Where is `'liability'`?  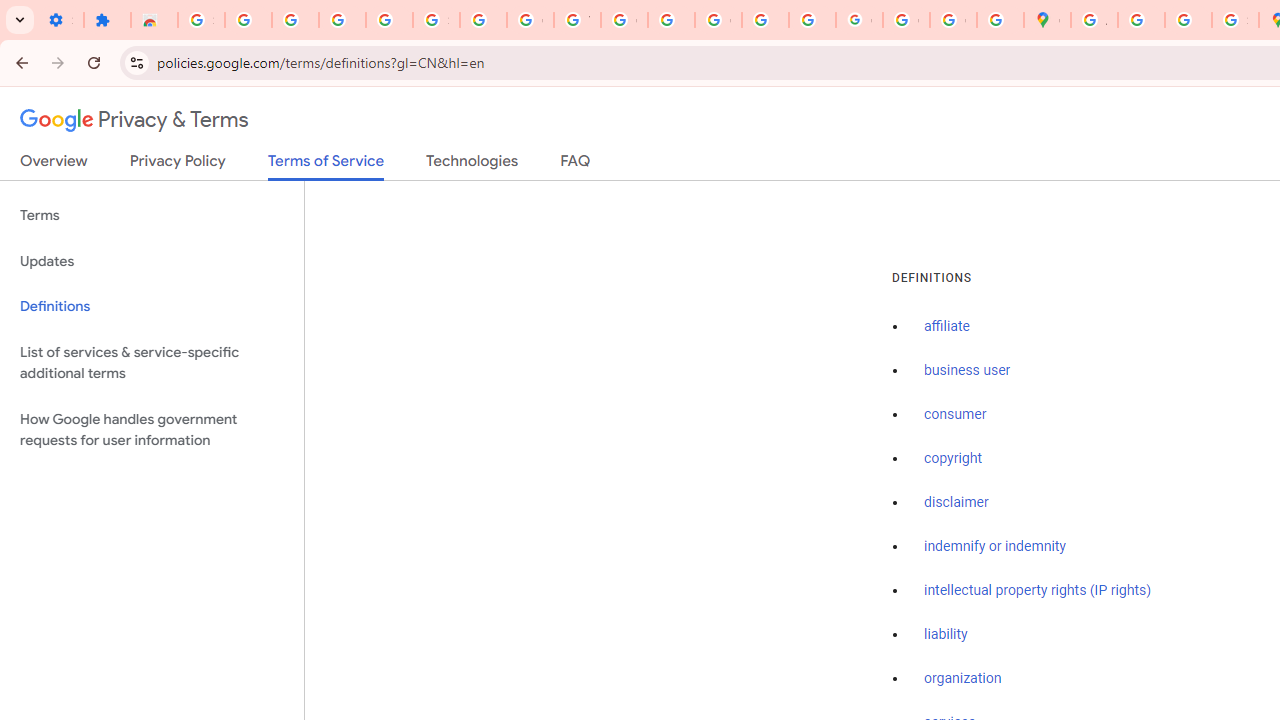 'liability' is located at coordinates (944, 634).